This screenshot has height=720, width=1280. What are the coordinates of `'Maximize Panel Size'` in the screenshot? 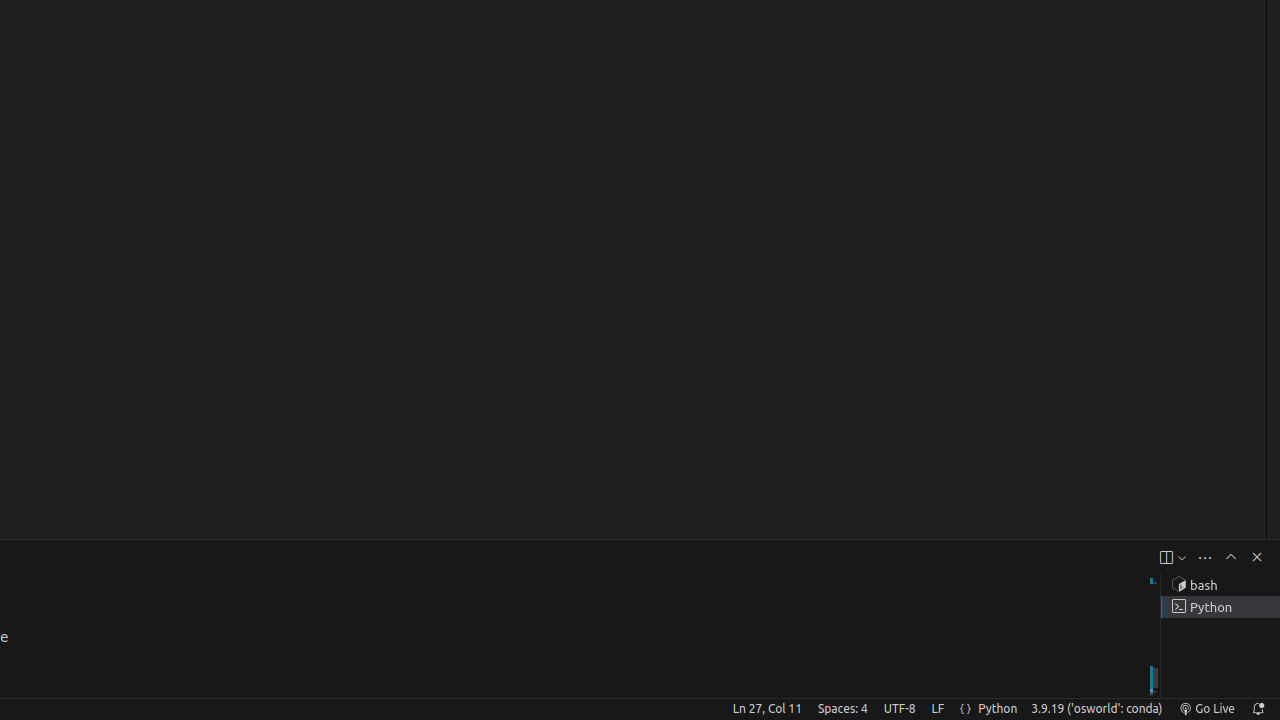 It's located at (1229, 556).